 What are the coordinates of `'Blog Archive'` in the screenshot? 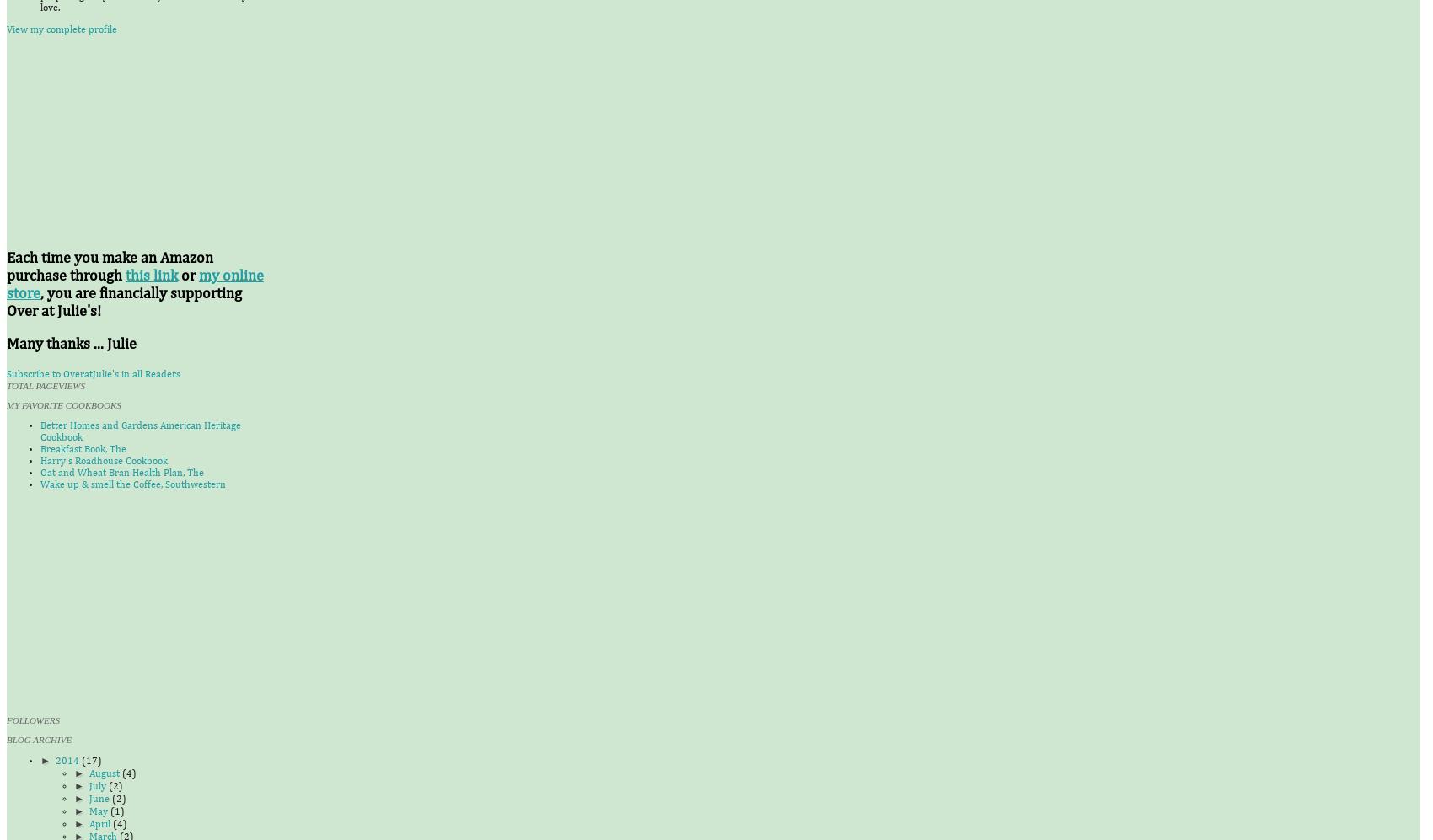 It's located at (39, 738).